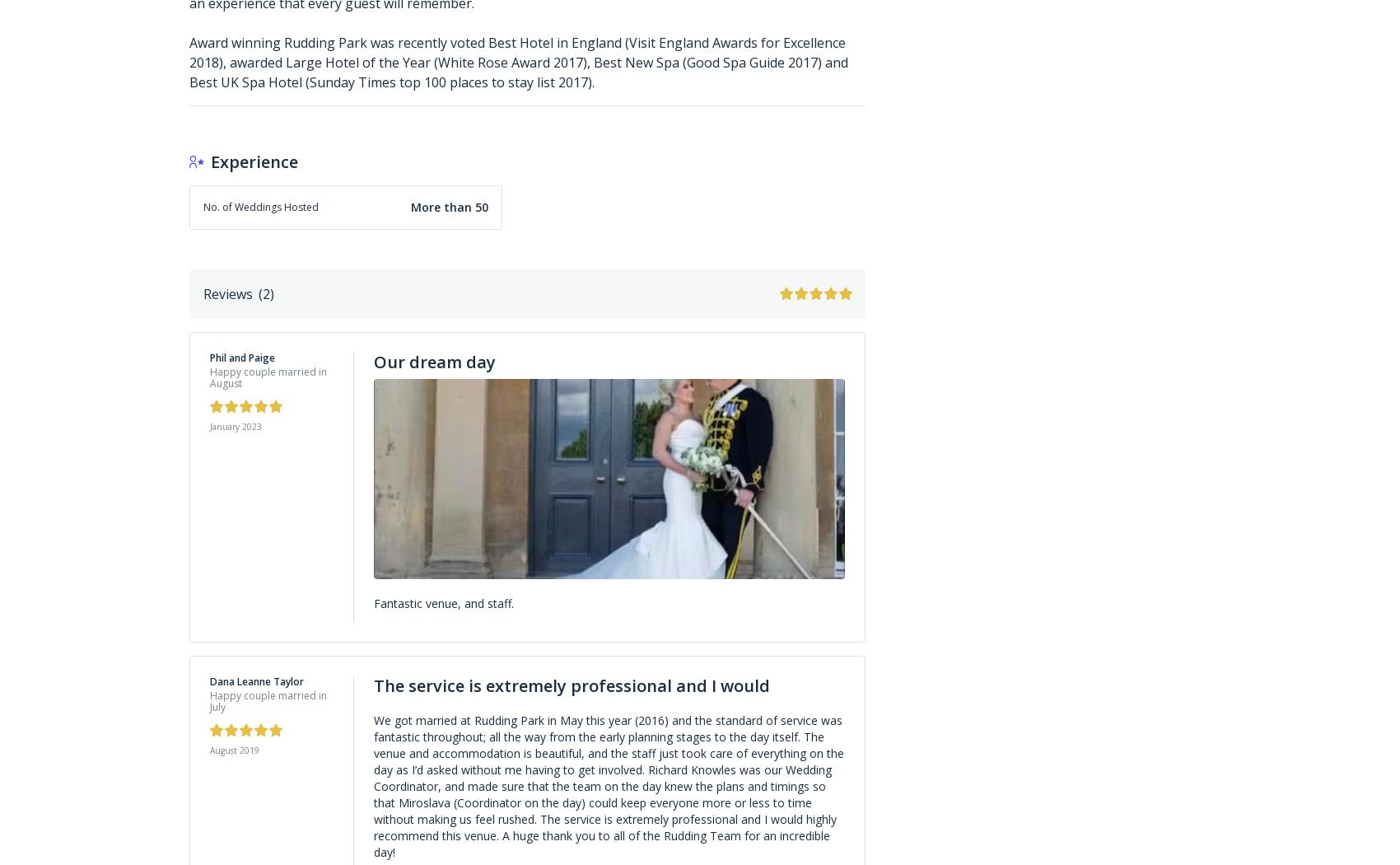  Describe the element at coordinates (260, 293) in the screenshot. I see `'('` at that location.